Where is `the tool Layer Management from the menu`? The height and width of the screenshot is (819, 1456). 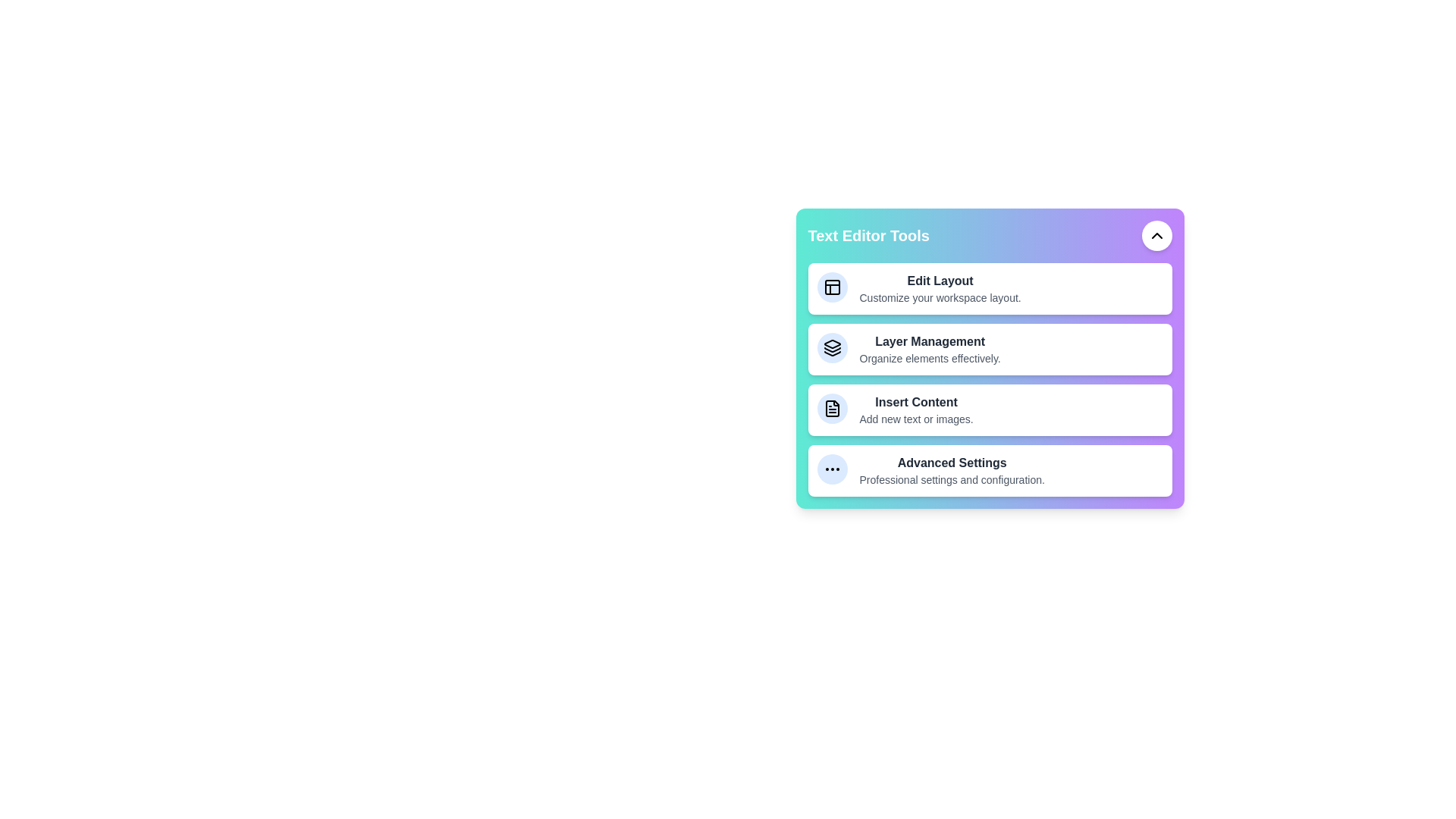
the tool Layer Management from the menu is located at coordinates (910, 325).